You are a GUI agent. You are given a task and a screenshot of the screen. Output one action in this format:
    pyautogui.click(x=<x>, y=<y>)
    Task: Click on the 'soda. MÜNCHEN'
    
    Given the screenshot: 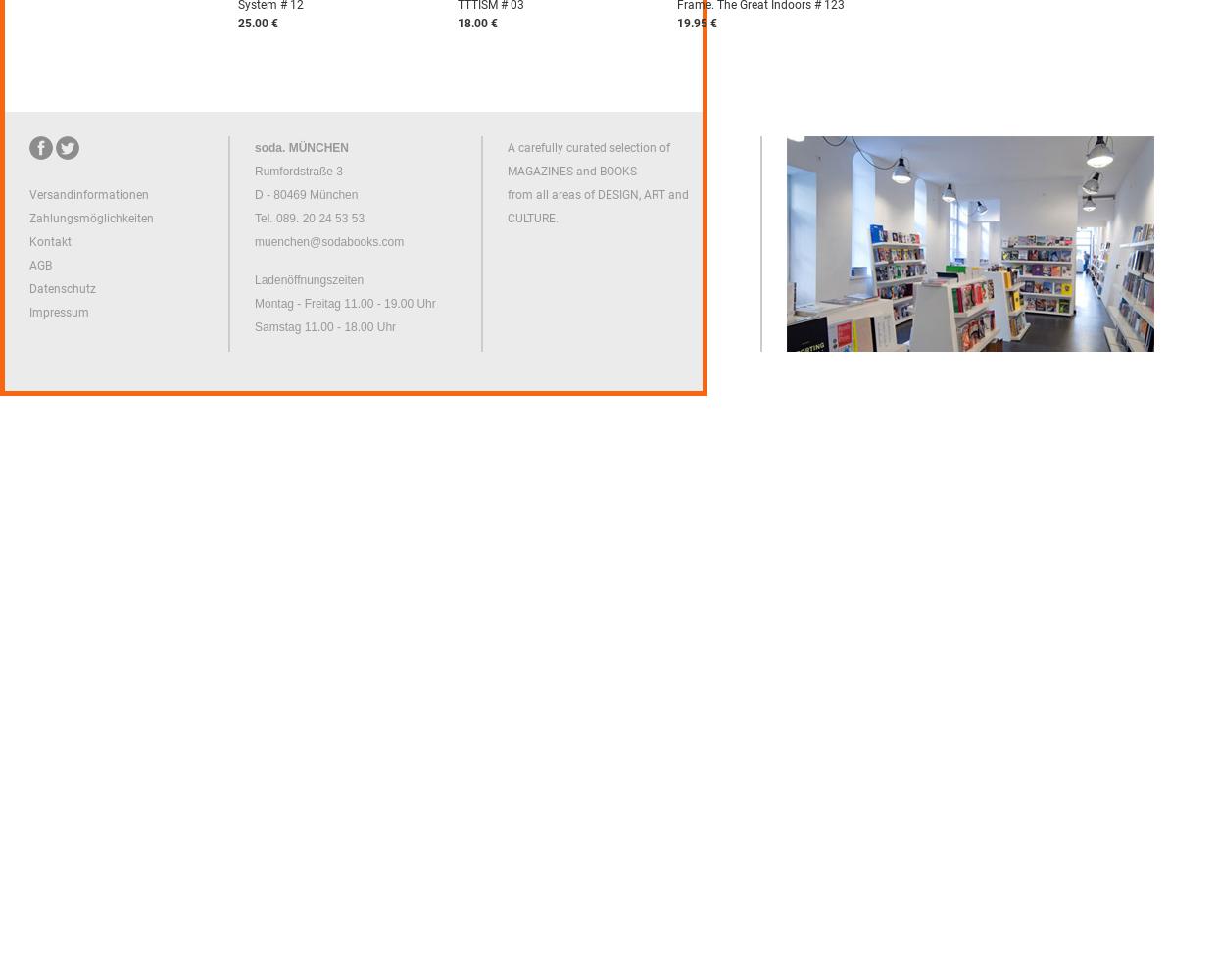 What is the action you would take?
    pyautogui.click(x=302, y=148)
    